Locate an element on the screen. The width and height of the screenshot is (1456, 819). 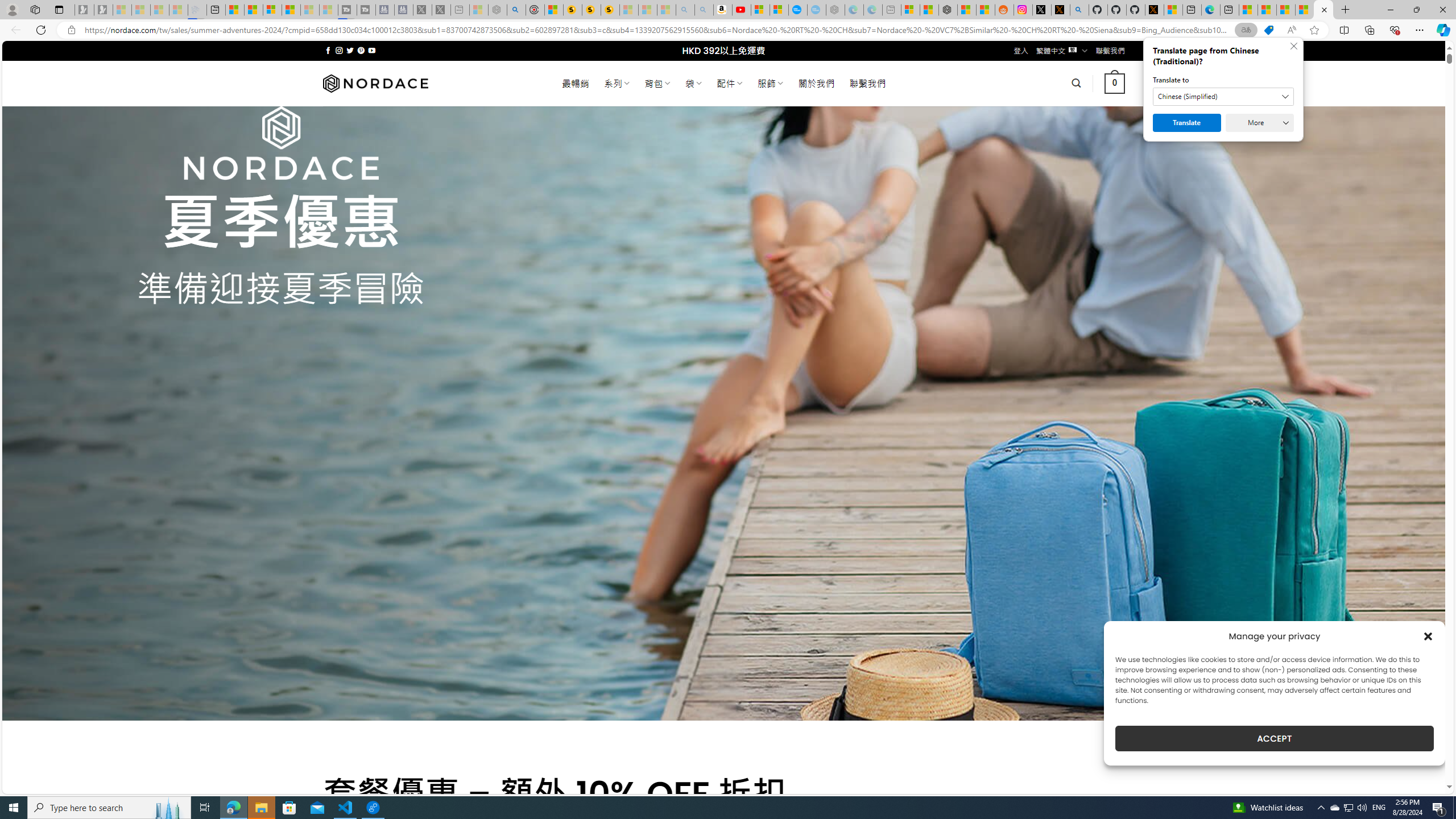
'Follow on Pinterest' is located at coordinates (359, 50).